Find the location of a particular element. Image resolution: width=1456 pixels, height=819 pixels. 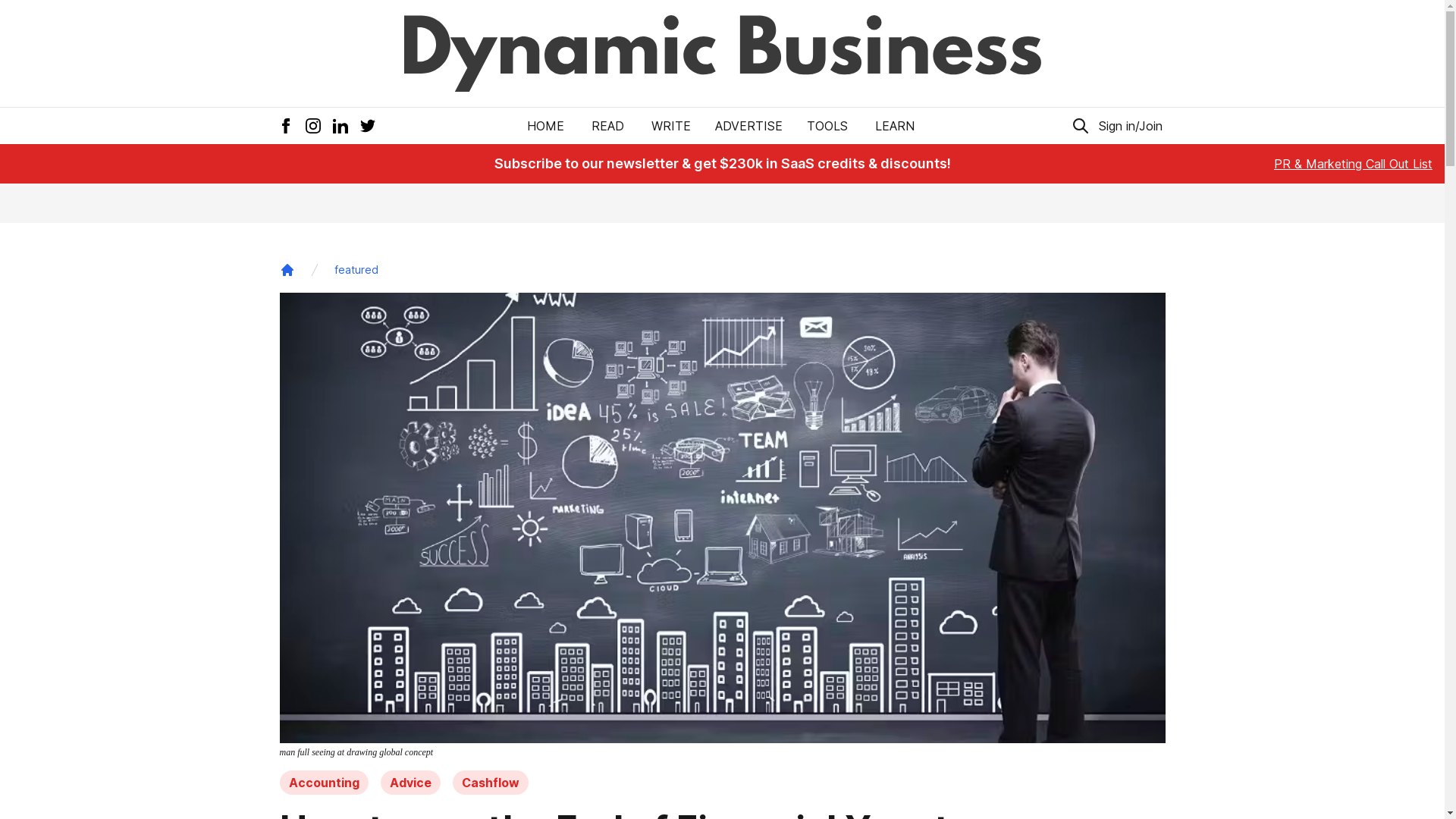

'Sign in/Join' is located at coordinates (1095, 124).